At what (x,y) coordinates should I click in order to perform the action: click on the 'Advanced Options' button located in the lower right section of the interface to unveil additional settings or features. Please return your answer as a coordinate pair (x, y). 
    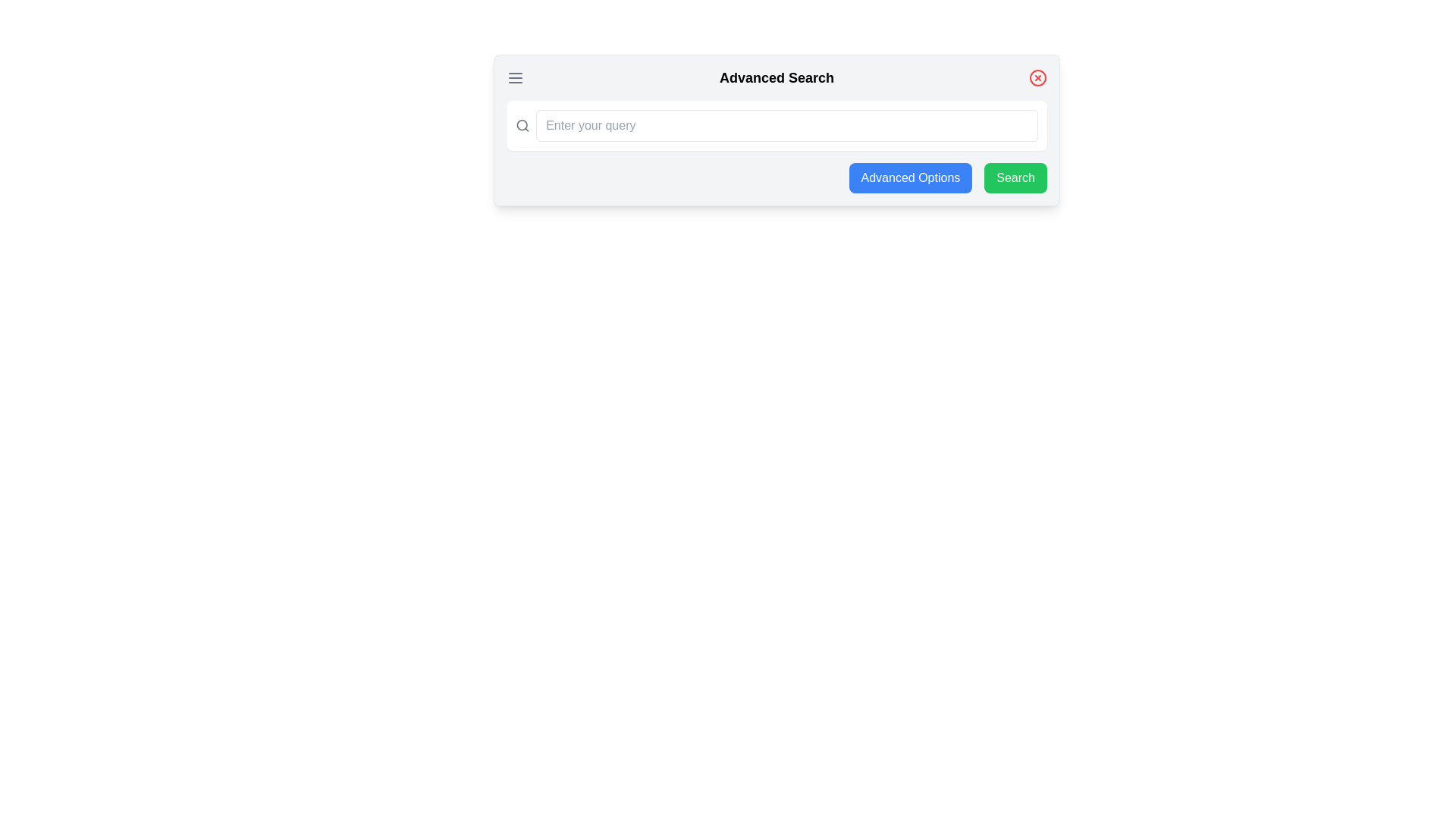
    Looking at the image, I should click on (910, 177).